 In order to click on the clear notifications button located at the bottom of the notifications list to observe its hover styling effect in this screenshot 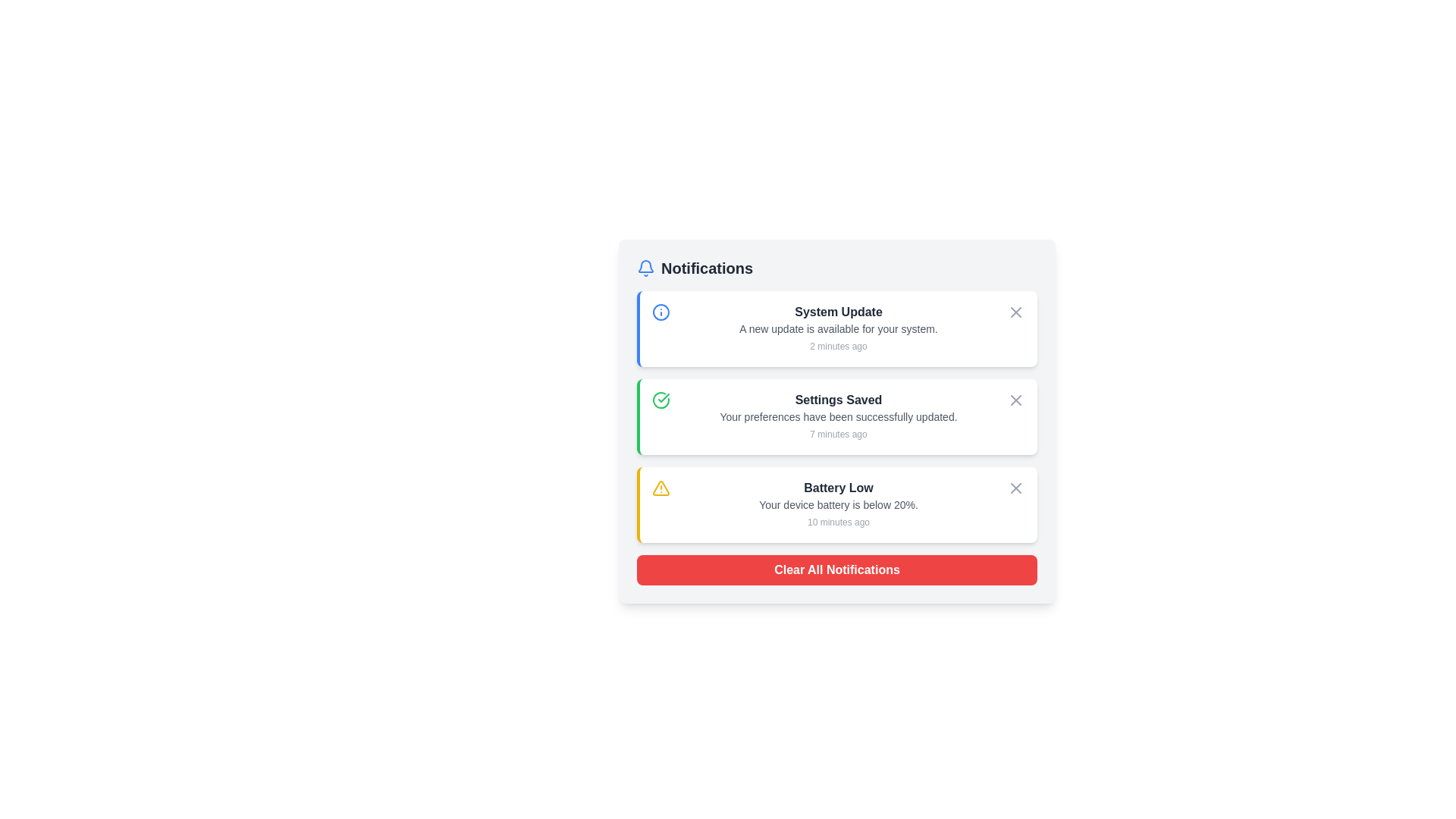, I will do `click(836, 570)`.